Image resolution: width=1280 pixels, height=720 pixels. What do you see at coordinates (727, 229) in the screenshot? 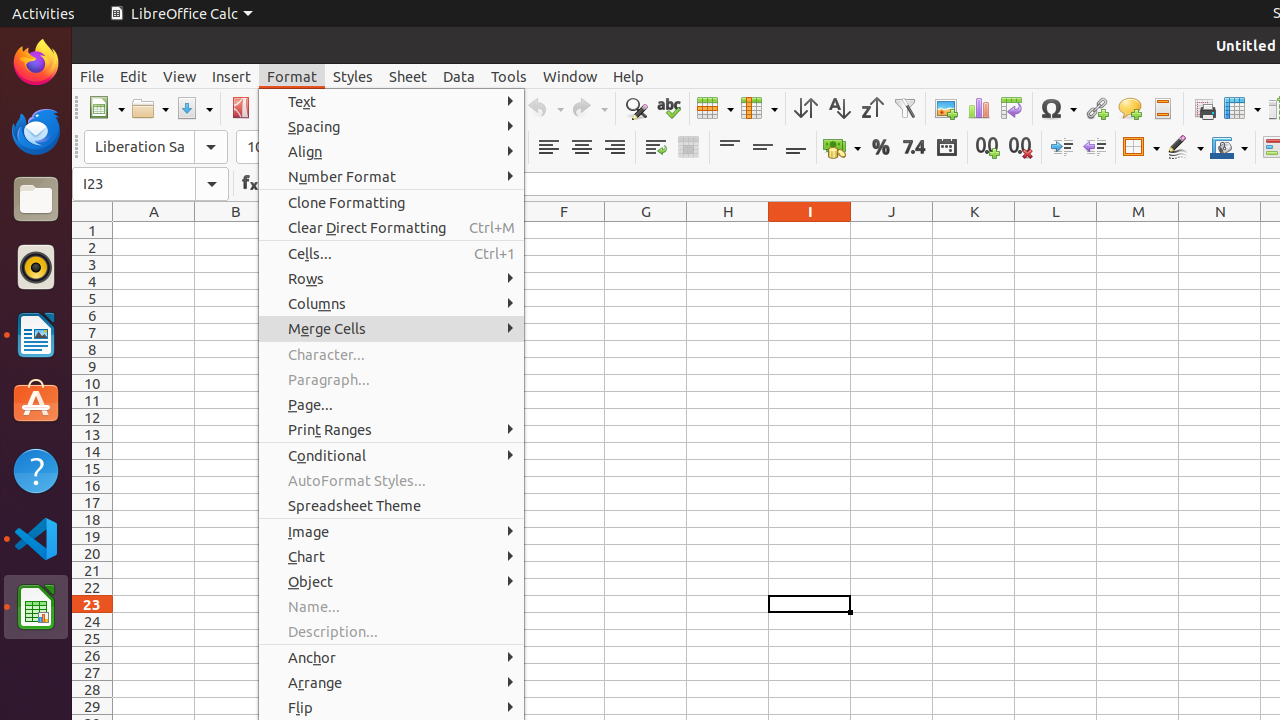
I see `'H1'` at bounding box center [727, 229].